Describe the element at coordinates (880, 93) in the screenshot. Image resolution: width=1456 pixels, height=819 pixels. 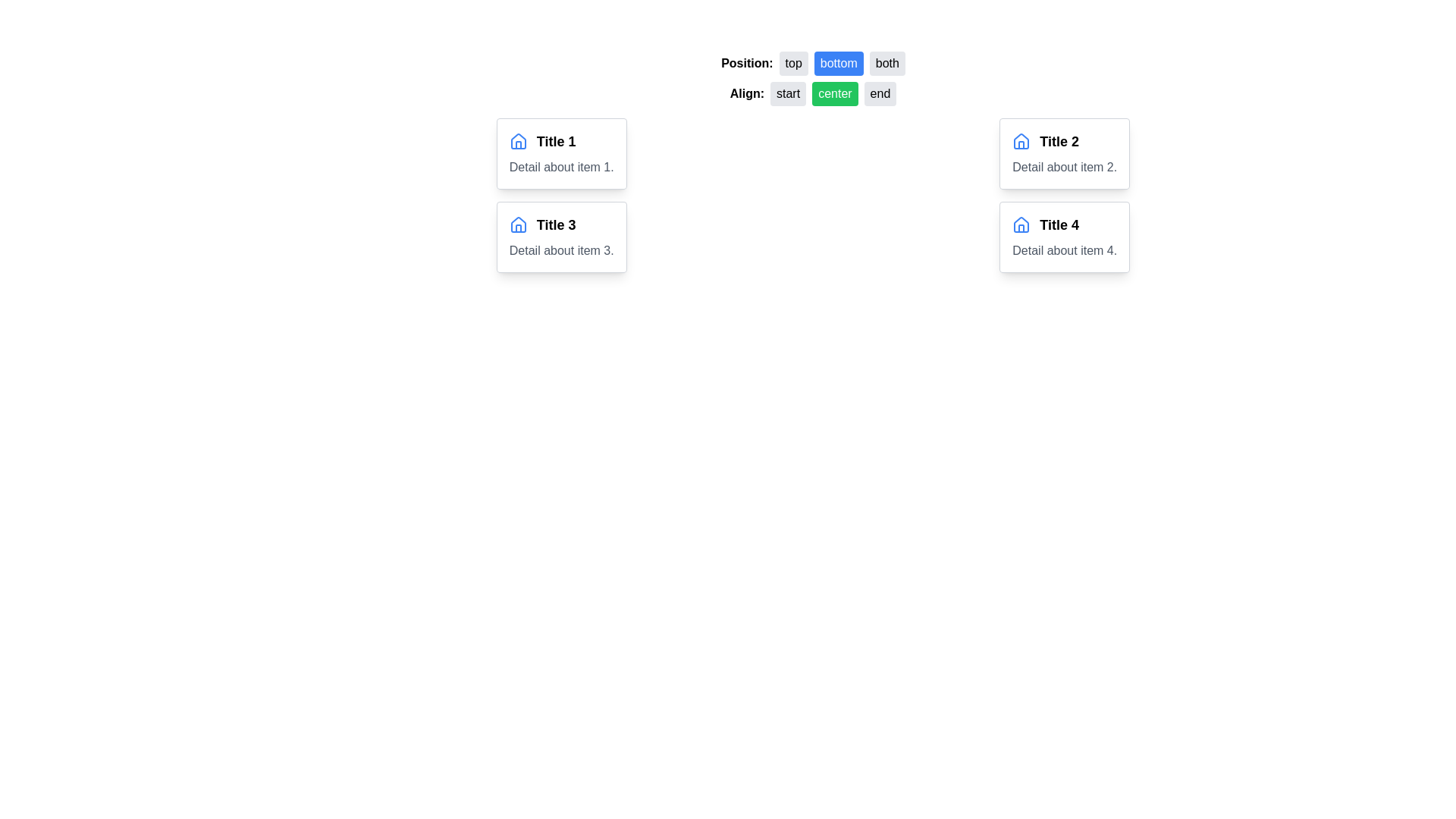
I see `the 'end' alignment button located` at that location.